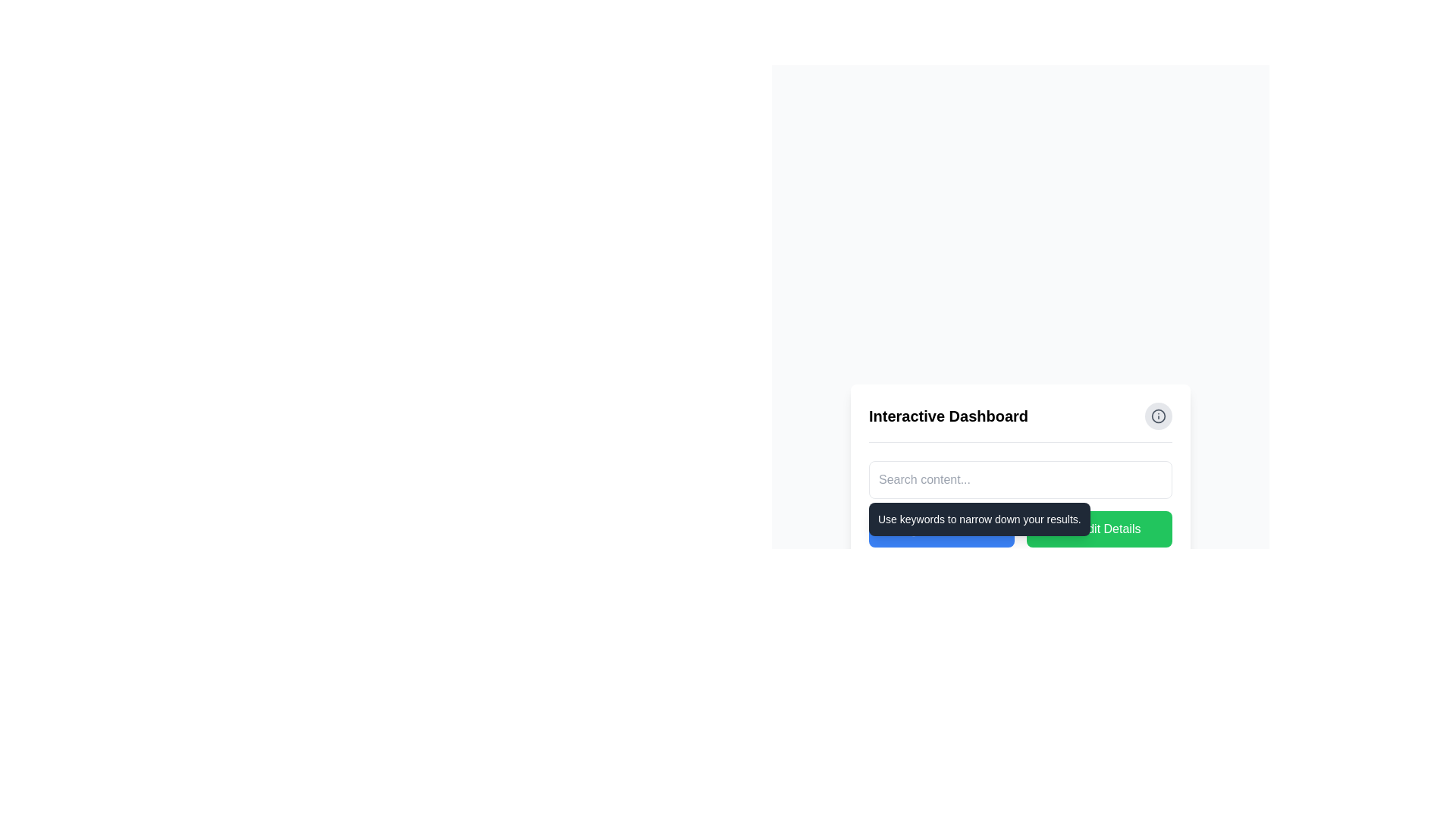  What do you see at coordinates (948, 416) in the screenshot?
I see `text displayed in the 'Interactive Dashboard' text label, which is bold and serves as a title in the top section of the panel` at bounding box center [948, 416].